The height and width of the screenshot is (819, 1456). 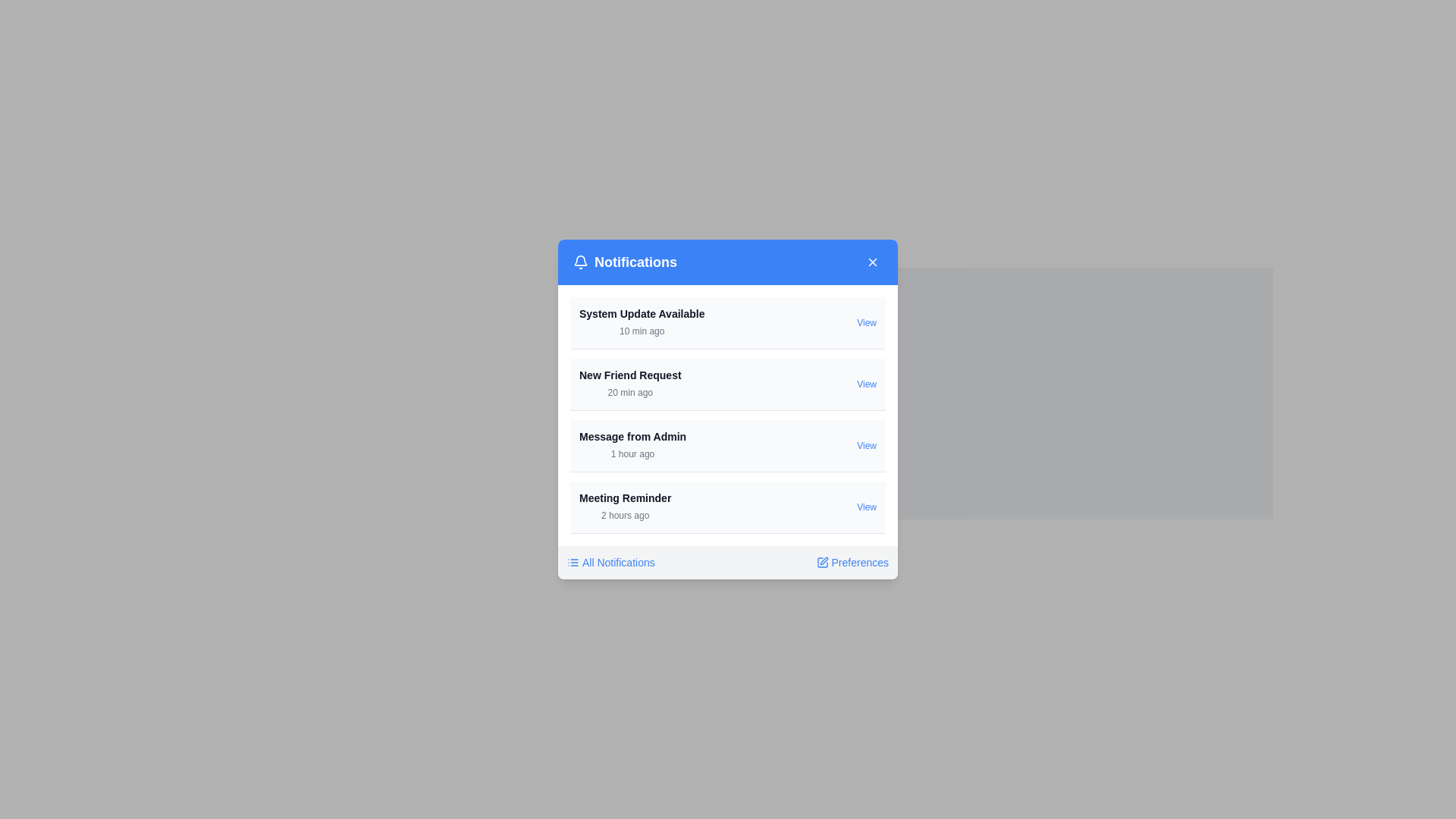 I want to click on the 'Preferences' link located at the bottom-right corner of the notification panel, which is styled in blue text and has a small edit icon (stylized pen), so click(x=852, y=562).